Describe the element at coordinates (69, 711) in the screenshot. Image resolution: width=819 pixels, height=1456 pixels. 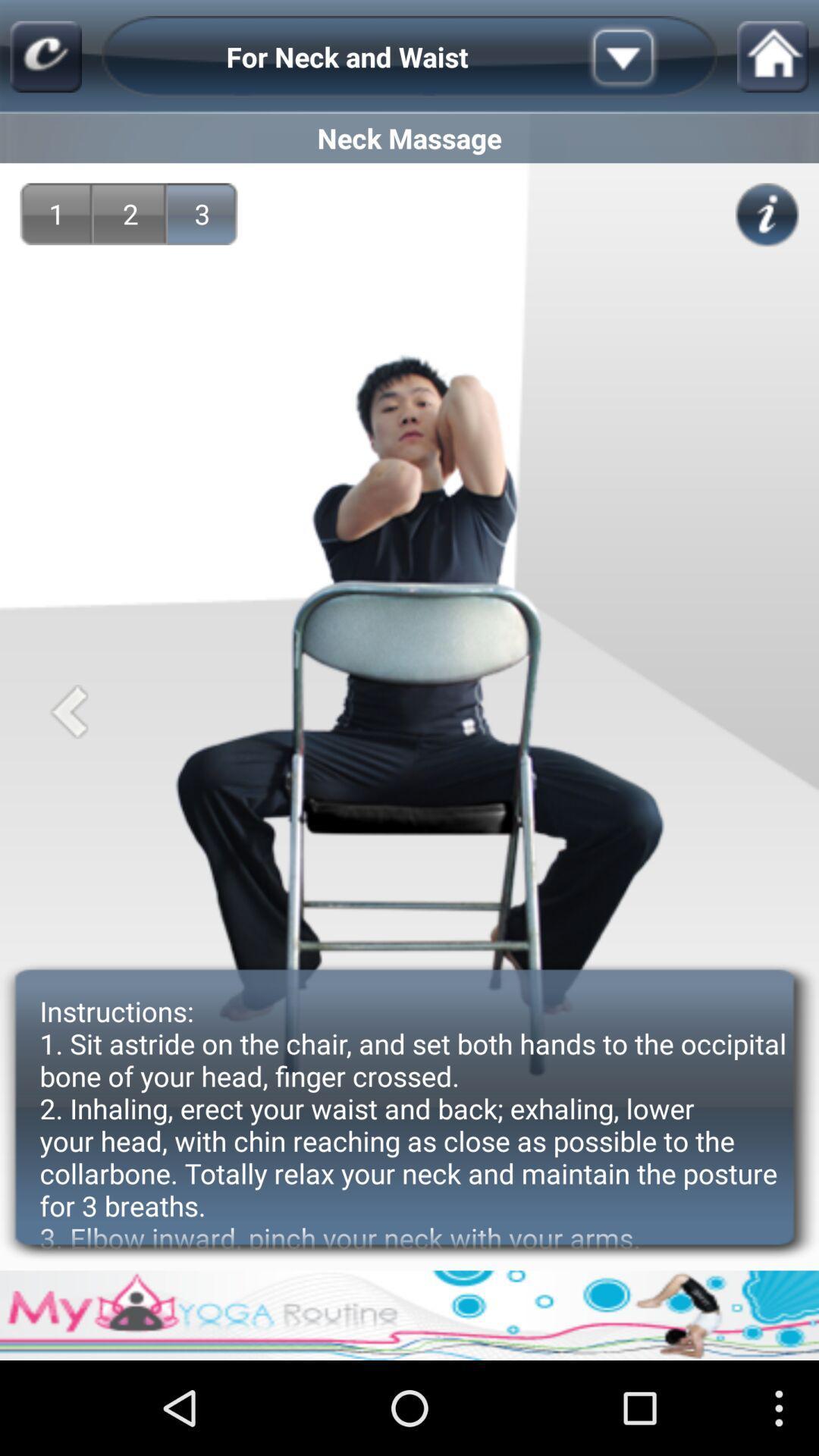
I see `the item on the left` at that location.